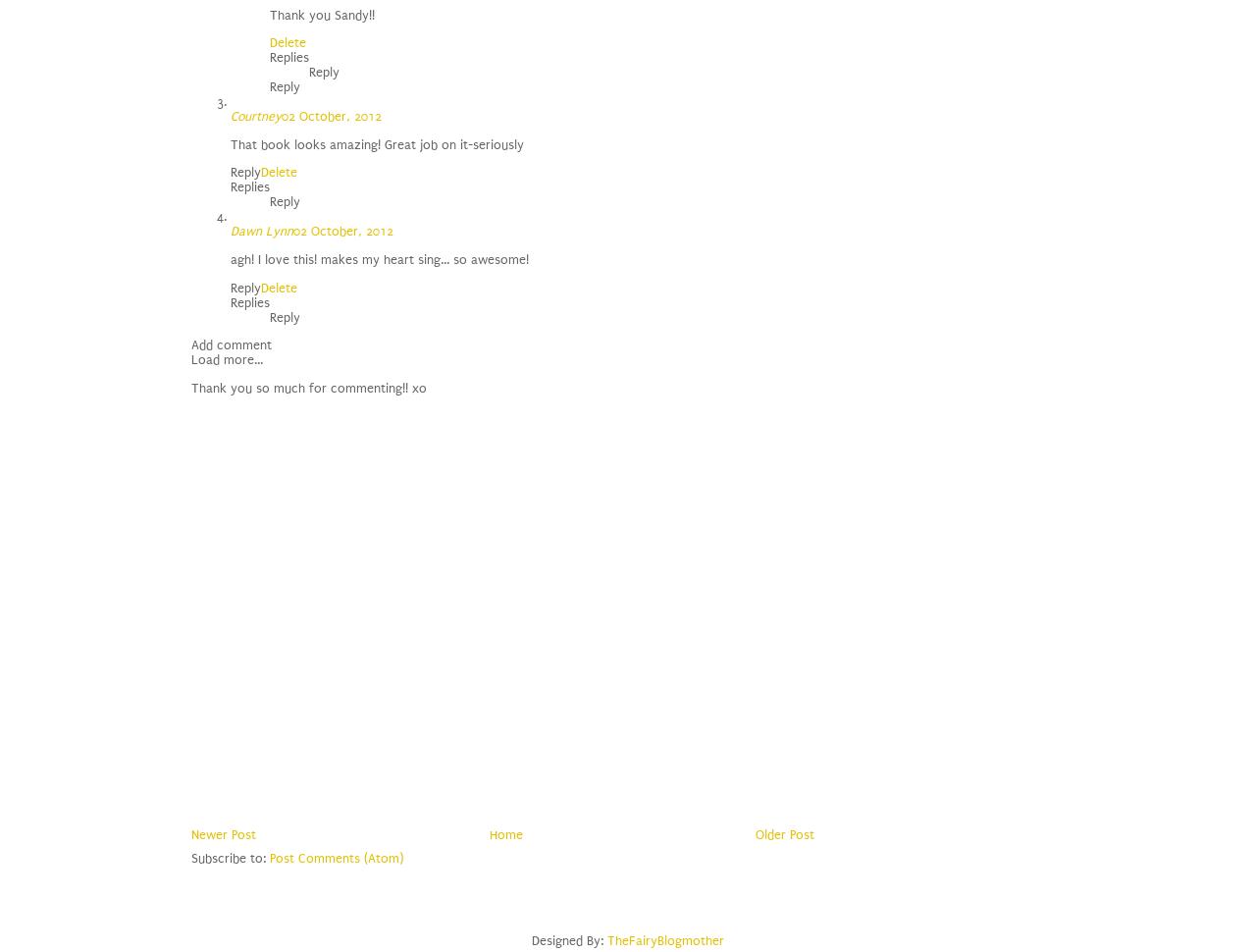 The image size is (1256, 952). Describe the element at coordinates (190, 344) in the screenshot. I see `'Add comment'` at that location.